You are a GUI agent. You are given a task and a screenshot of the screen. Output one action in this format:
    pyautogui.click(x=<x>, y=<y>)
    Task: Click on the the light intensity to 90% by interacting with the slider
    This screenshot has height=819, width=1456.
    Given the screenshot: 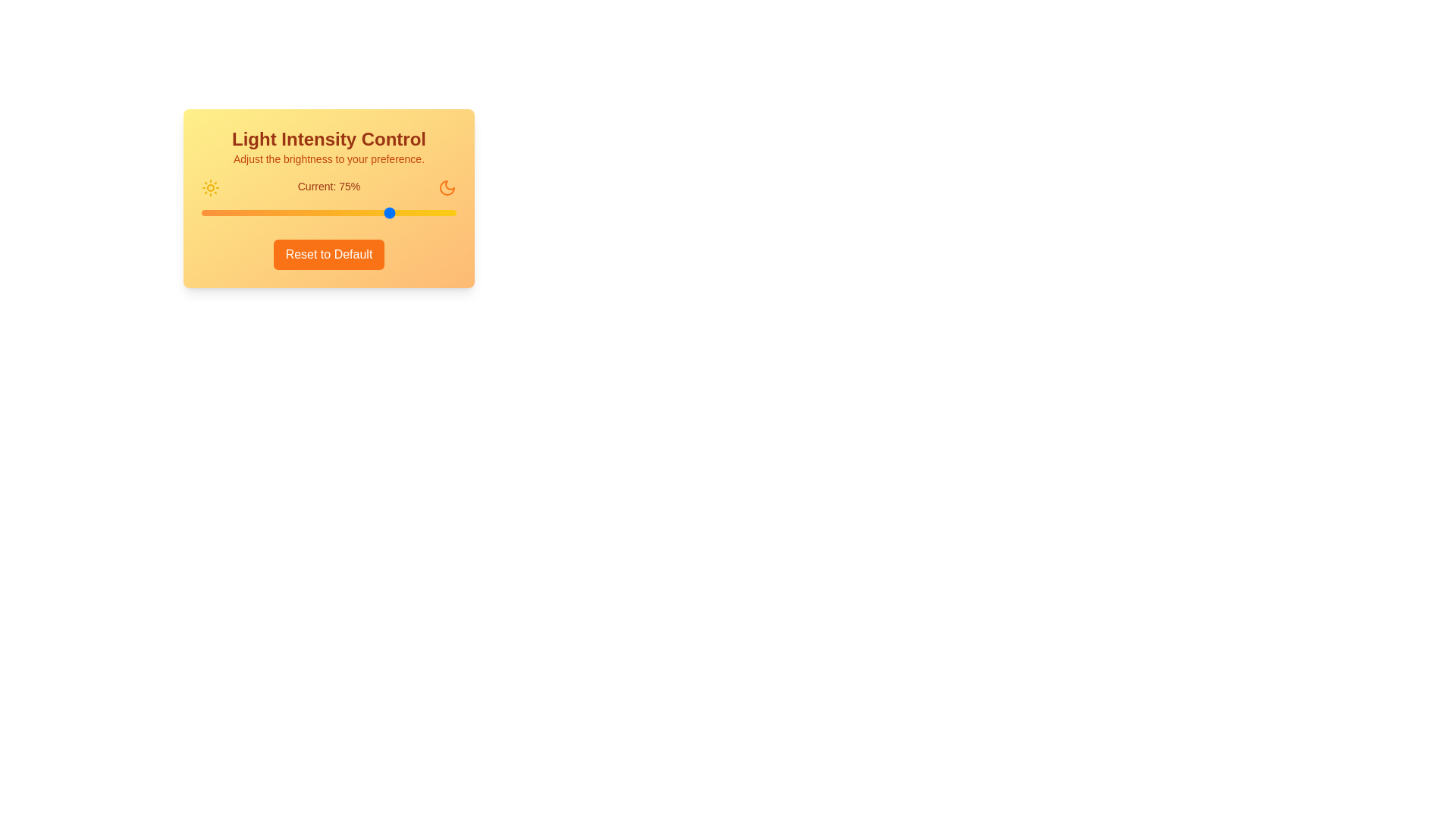 What is the action you would take?
    pyautogui.click(x=430, y=213)
    